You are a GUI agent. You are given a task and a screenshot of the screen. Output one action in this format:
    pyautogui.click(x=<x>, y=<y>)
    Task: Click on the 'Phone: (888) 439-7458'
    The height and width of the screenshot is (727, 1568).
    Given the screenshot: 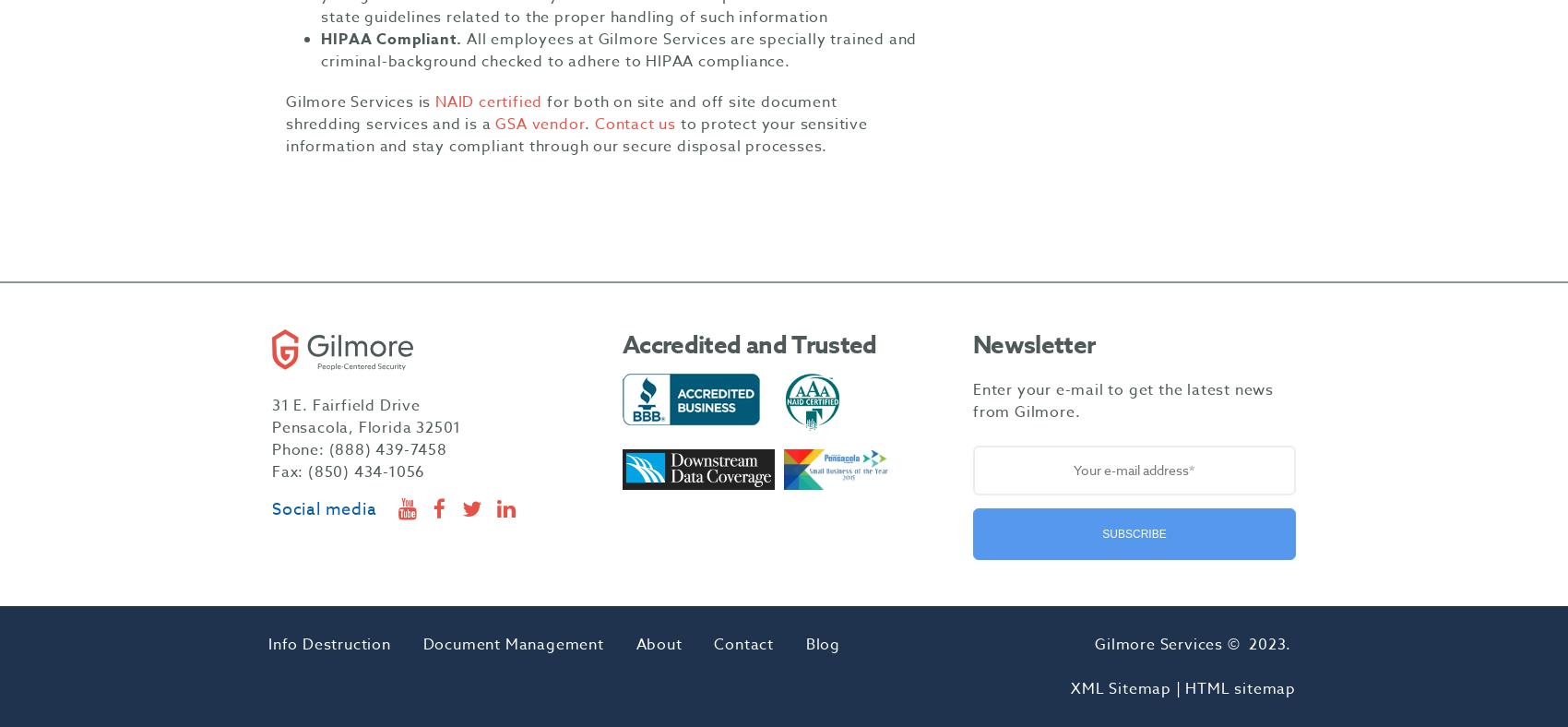 What is the action you would take?
    pyautogui.click(x=358, y=449)
    